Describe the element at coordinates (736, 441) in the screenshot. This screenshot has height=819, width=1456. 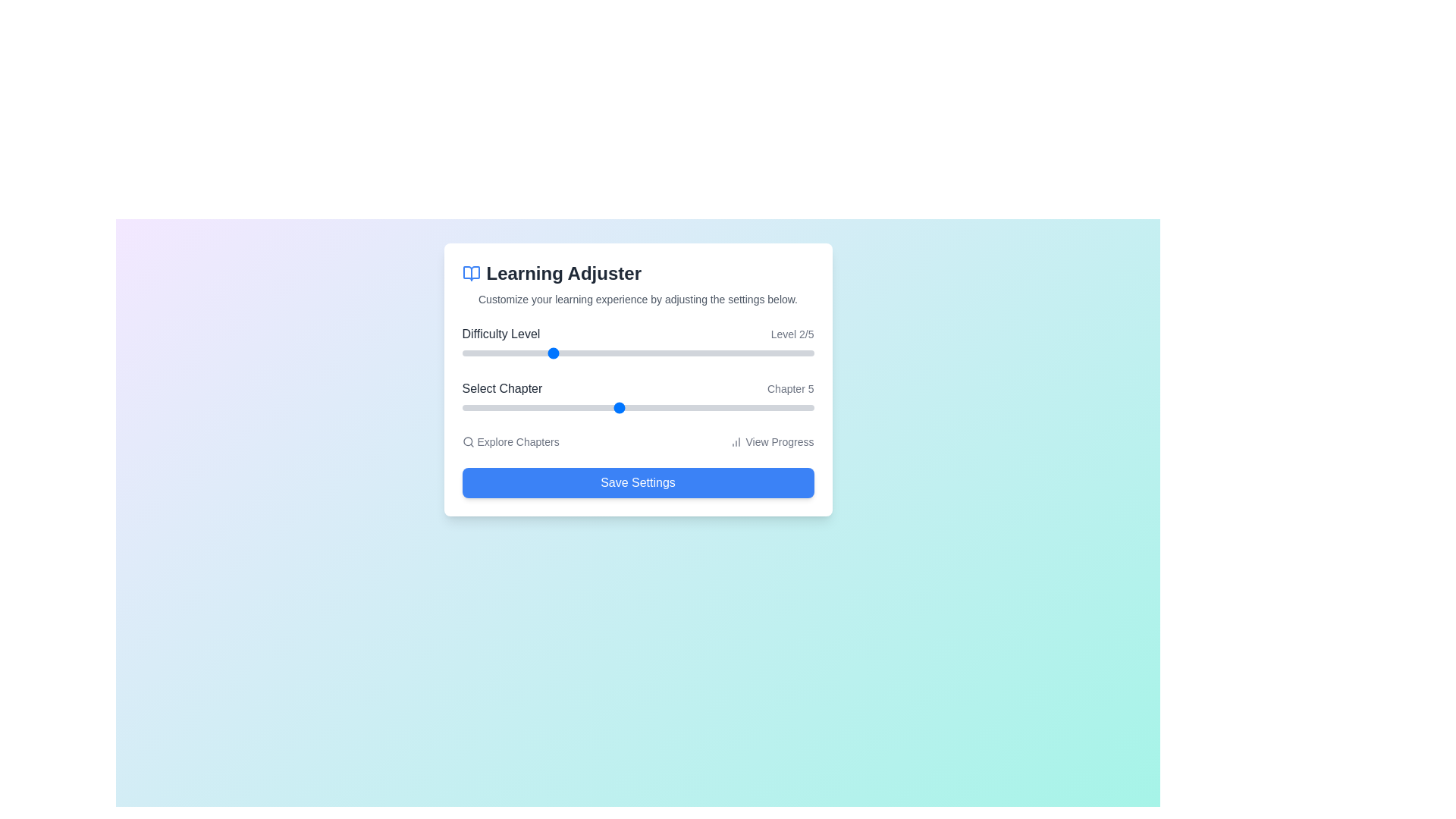
I see `the progress icon located to the left of the 'View Progress' text in the bottom section of the settings interface as a static decorative element` at that location.